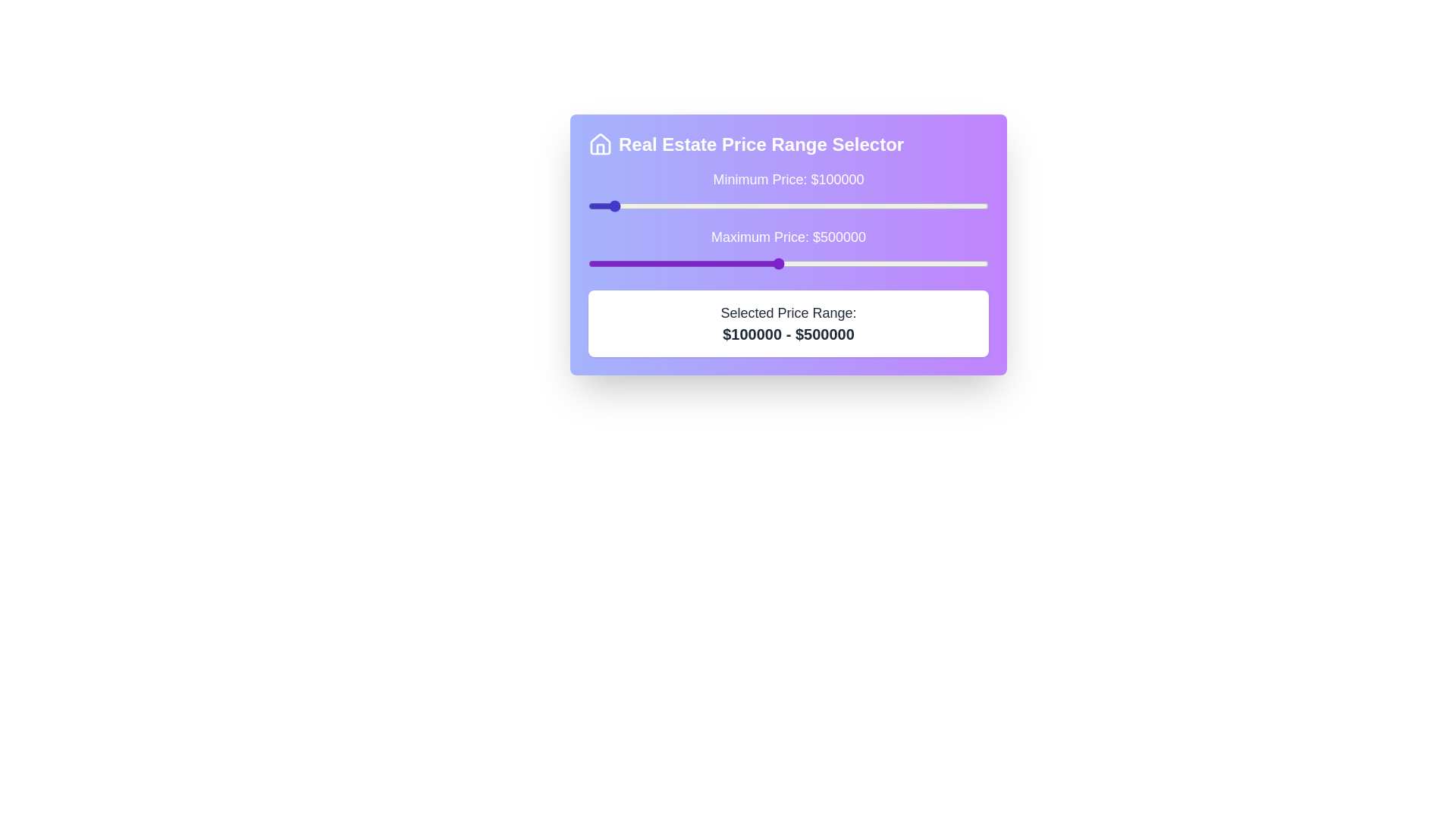  What do you see at coordinates (909, 206) in the screenshot?
I see `the minimum price slider to 812496 dollars` at bounding box center [909, 206].